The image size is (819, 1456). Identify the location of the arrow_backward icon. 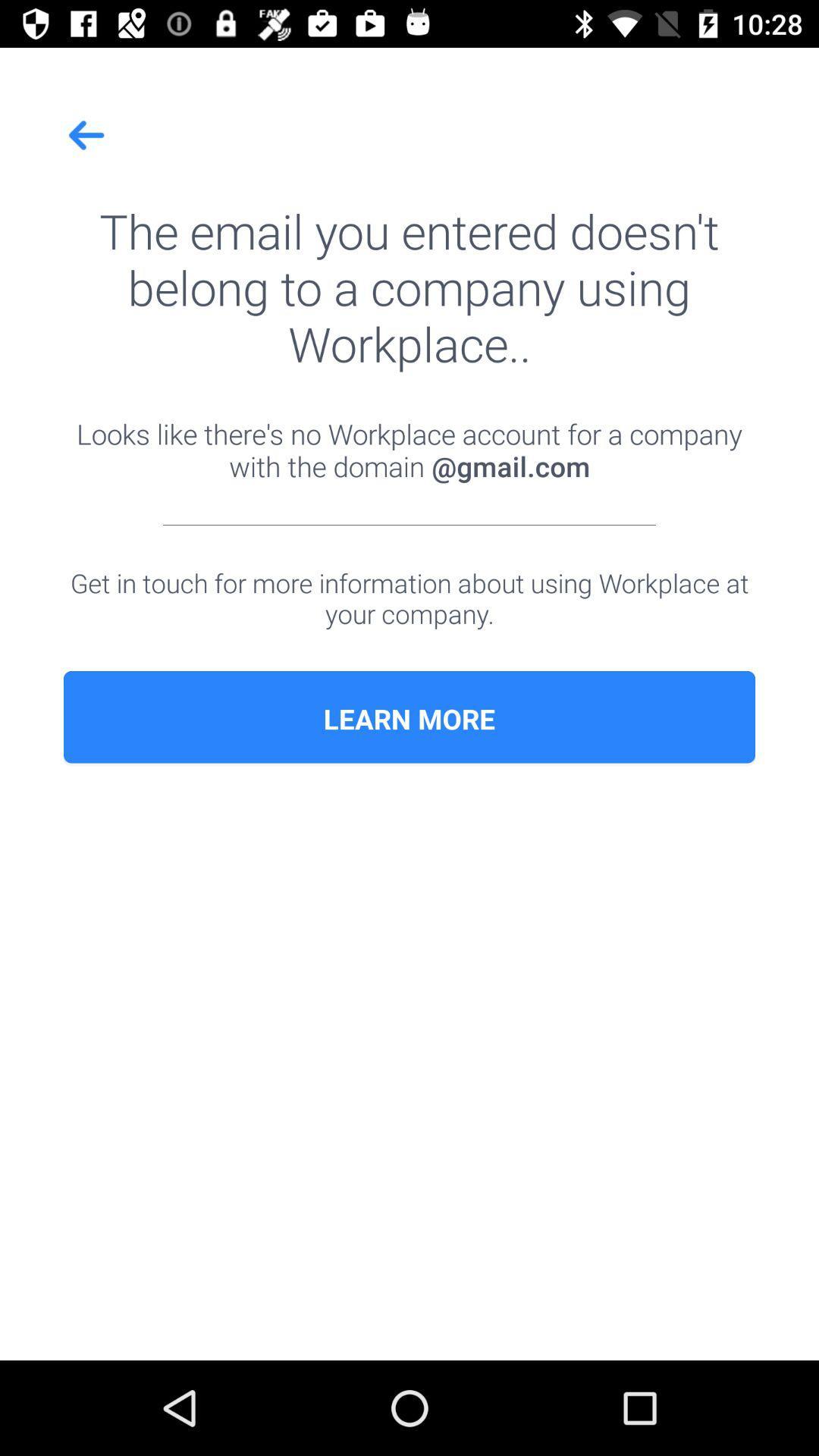
(87, 135).